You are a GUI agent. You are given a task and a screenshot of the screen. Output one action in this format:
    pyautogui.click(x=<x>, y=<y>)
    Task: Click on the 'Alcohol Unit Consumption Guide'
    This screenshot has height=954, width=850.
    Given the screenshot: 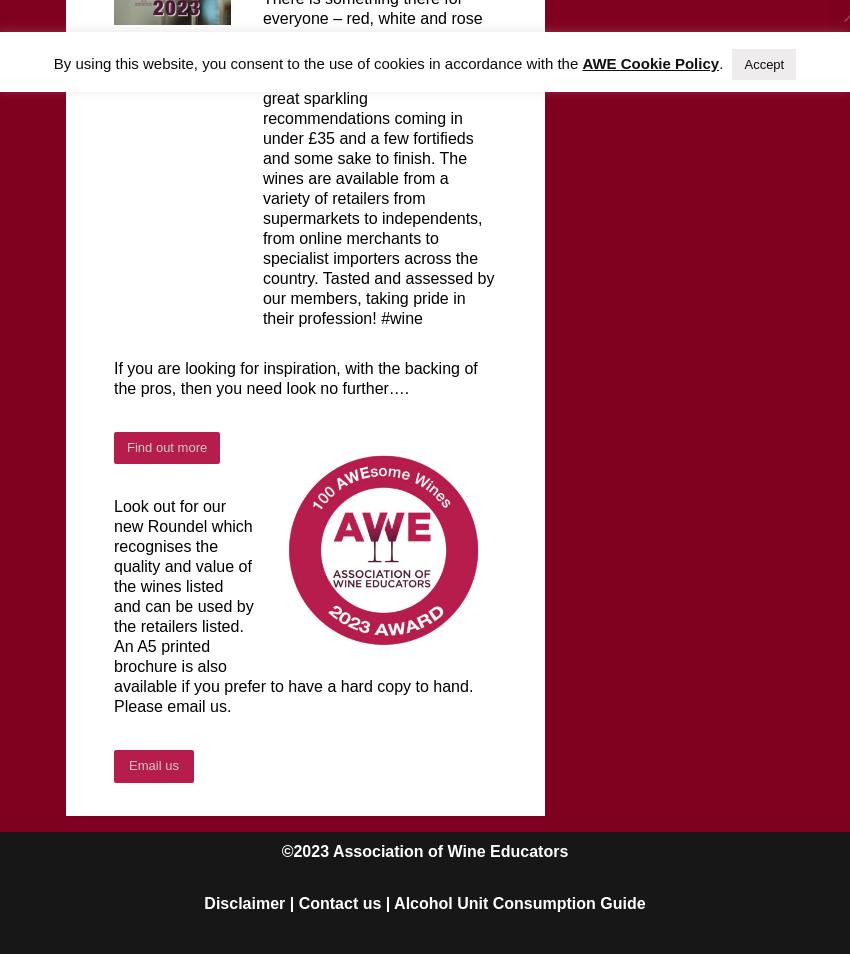 What is the action you would take?
    pyautogui.click(x=393, y=902)
    